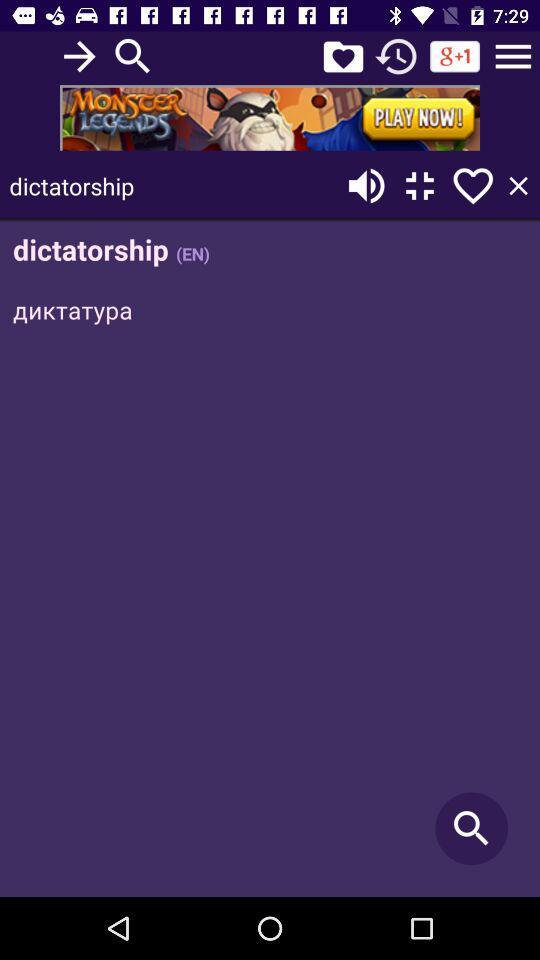 This screenshot has width=540, height=960. I want to click on refresh content, so click(396, 55).